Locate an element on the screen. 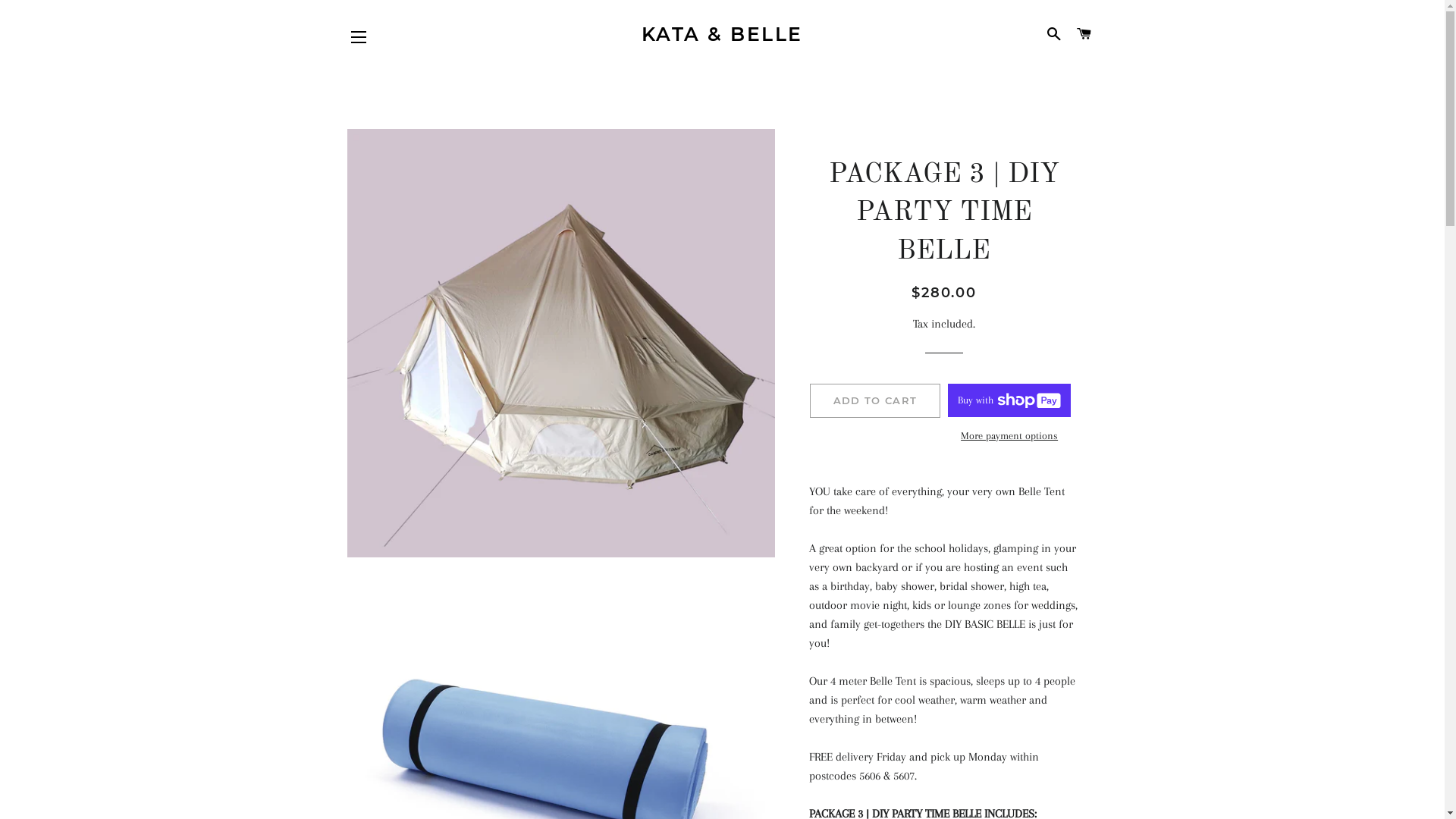 This screenshot has width=1456, height=819. 'CART' is located at coordinates (1083, 34).